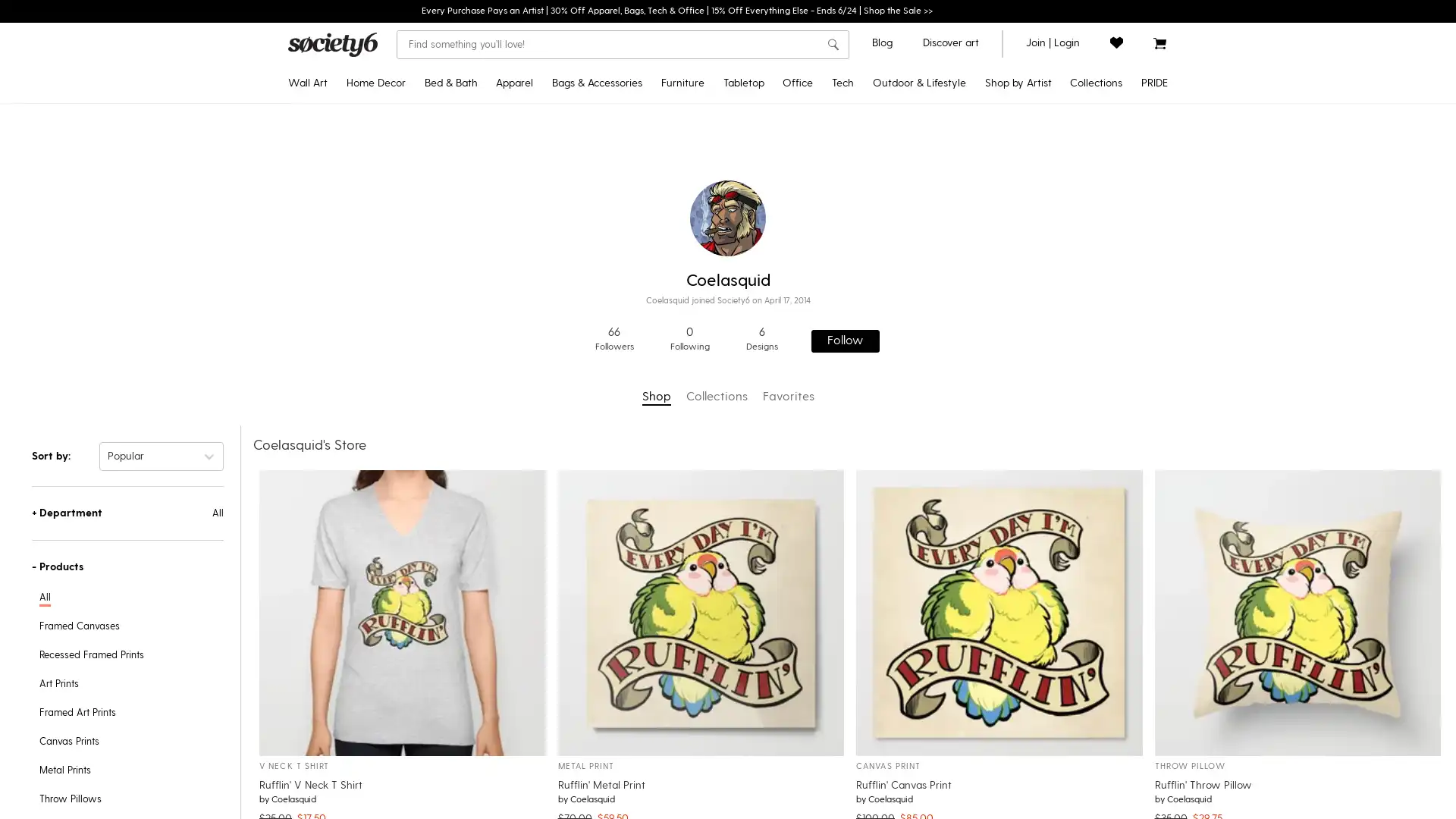 The height and width of the screenshot is (819, 1456). Describe the element at coordinates (450, 83) in the screenshot. I see `Bed & Bath` at that location.